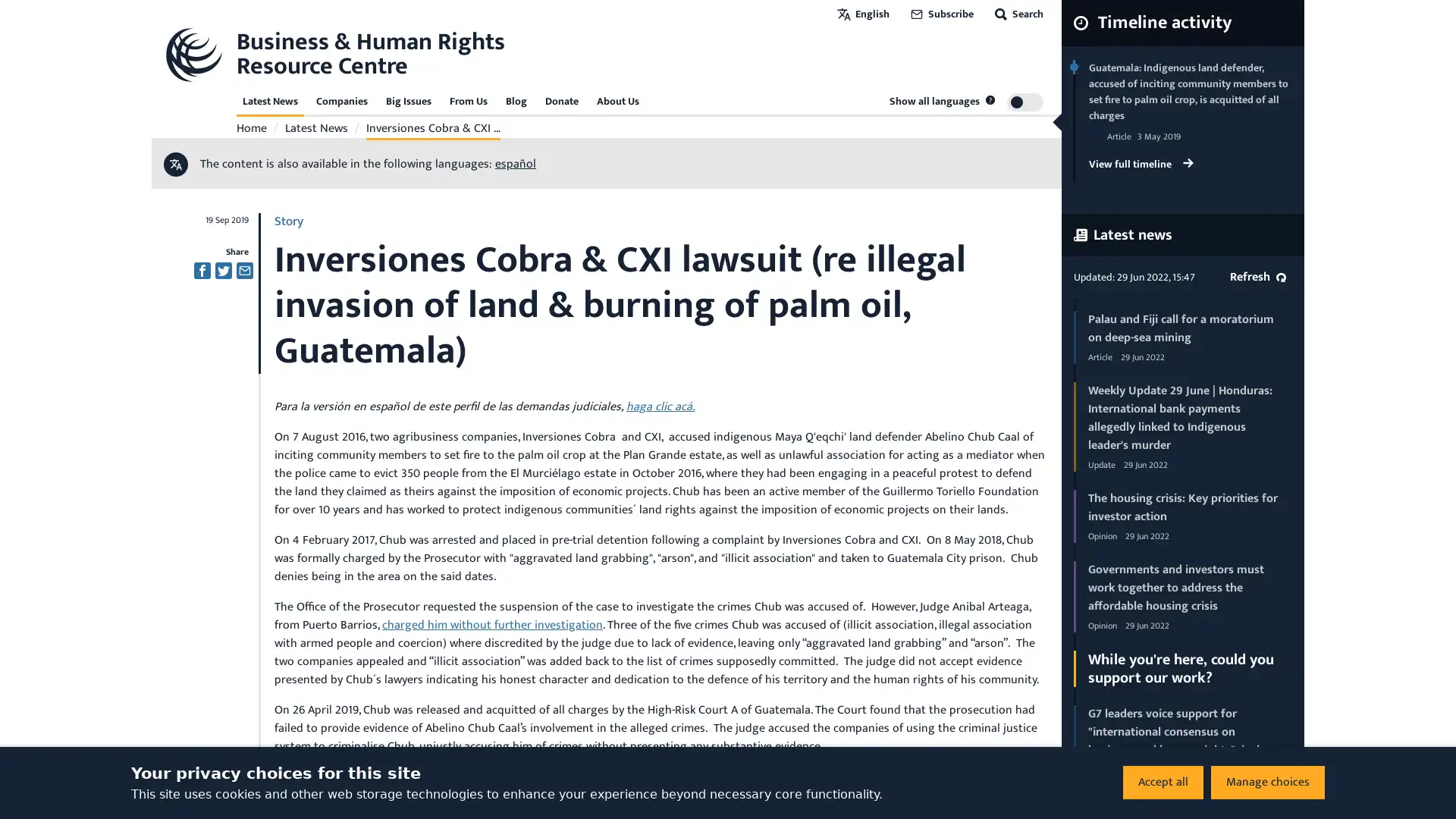  I want to click on Accept all, so click(1161, 783).